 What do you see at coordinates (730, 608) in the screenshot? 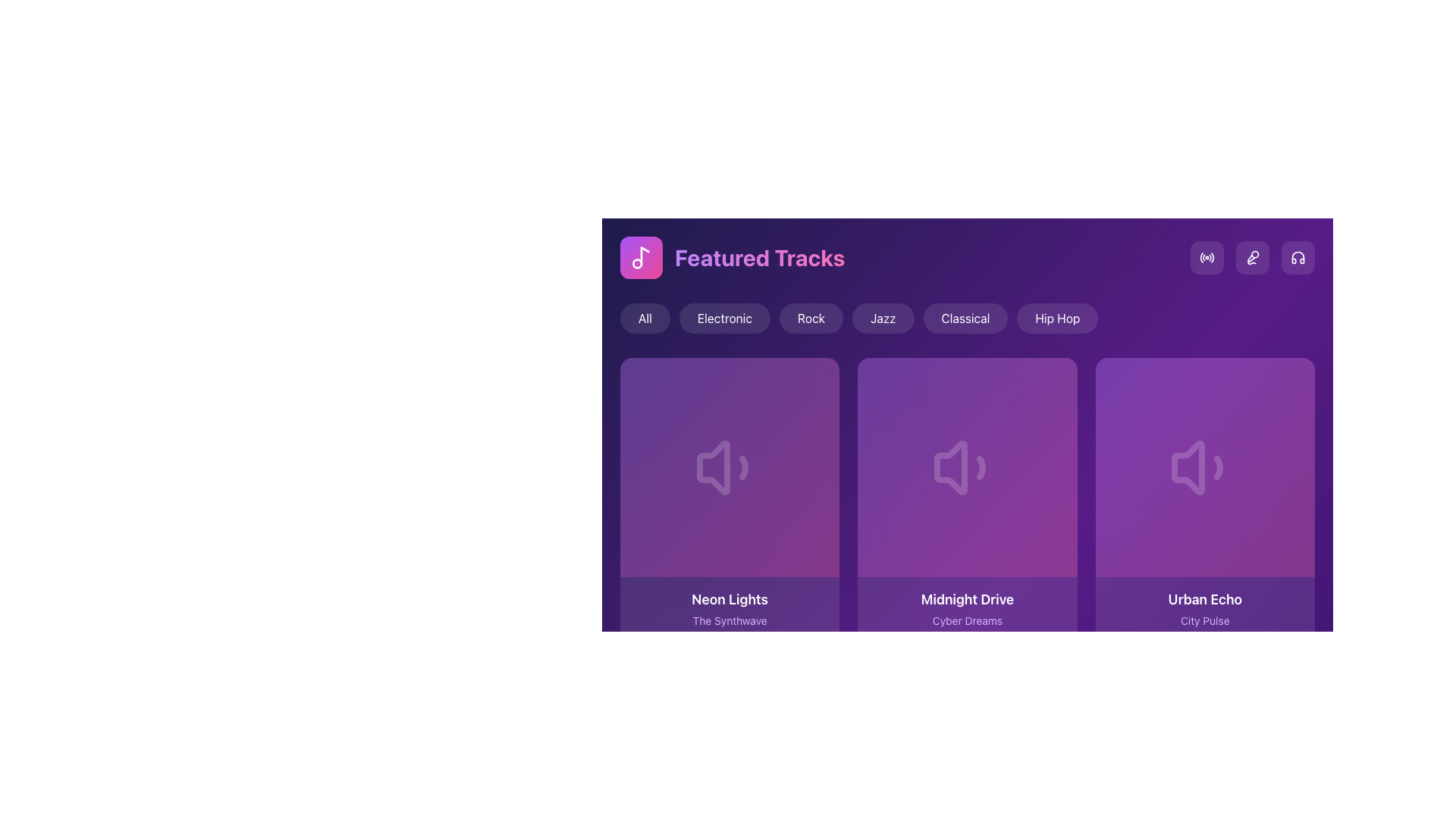
I see `text block containing 'Neon Lights' and 'The Synthwave' styled within a purple card background, located in the top-left section under the 'Featured Tracks' header` at bounding box center [730, 608].